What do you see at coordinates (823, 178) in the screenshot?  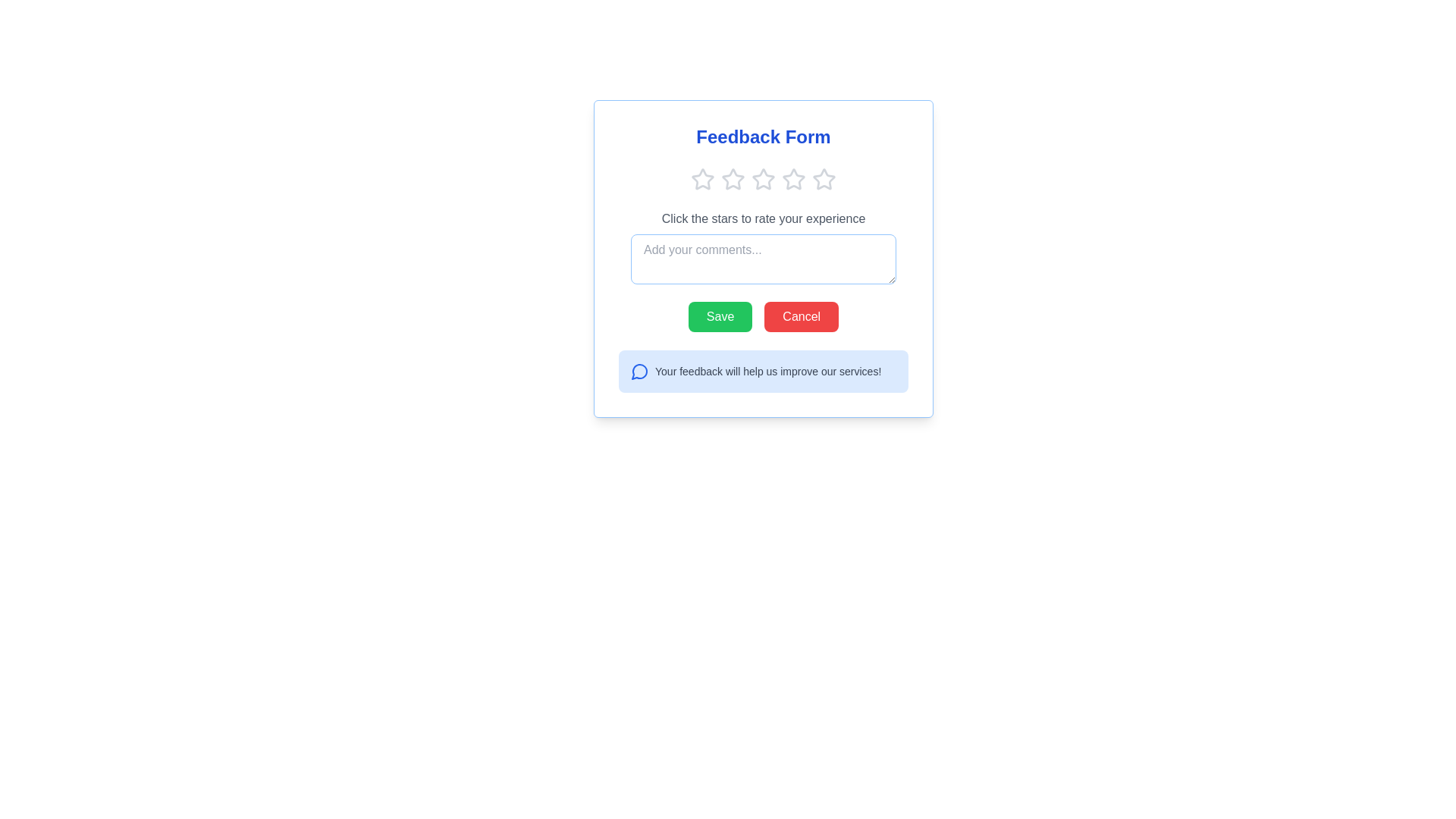 I see `the fifth star-shaped SVG icon in the rating system` at bounding box center [823, 178].